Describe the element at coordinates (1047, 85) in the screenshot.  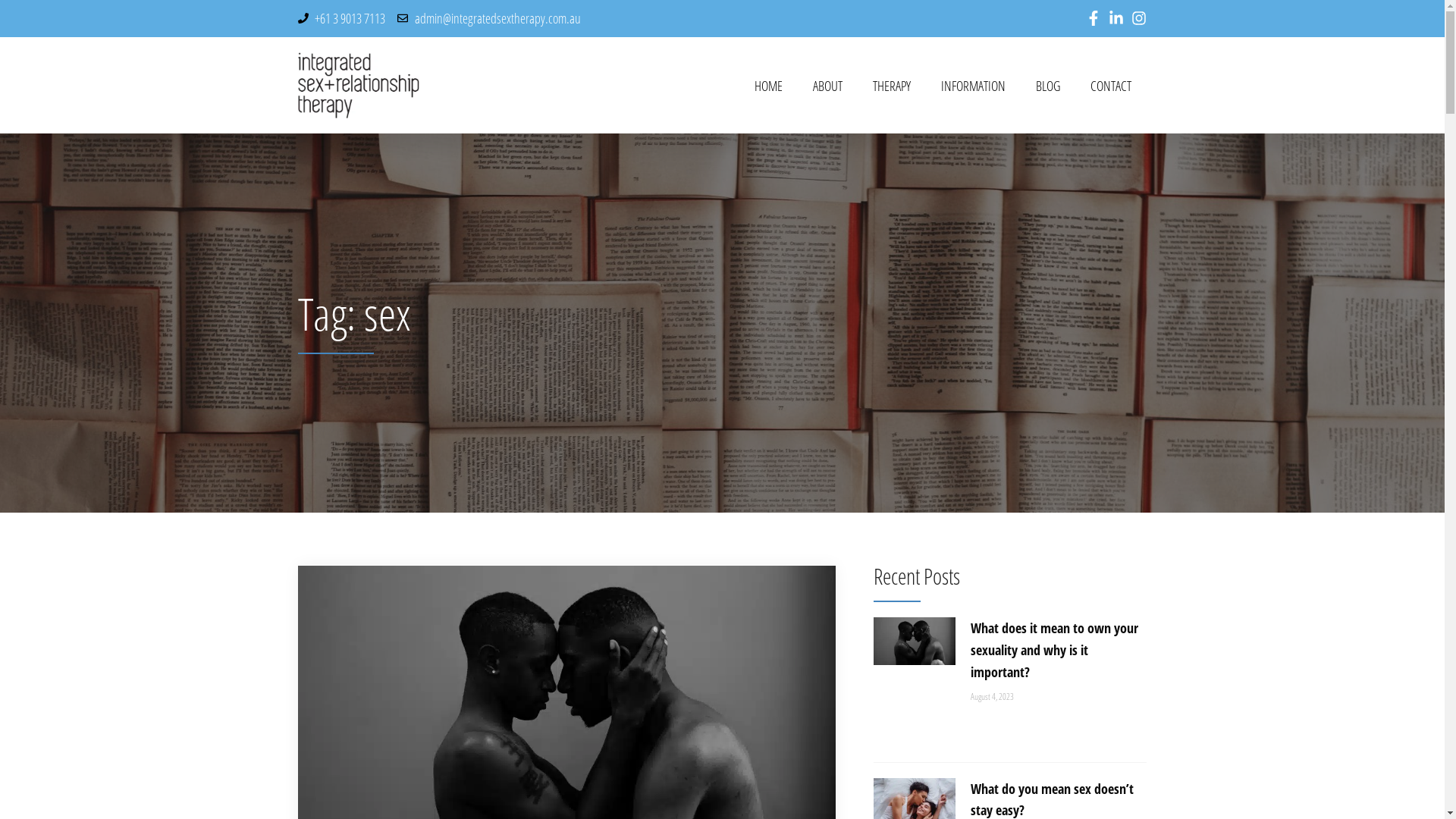
I see `'BLOG'` at that location.